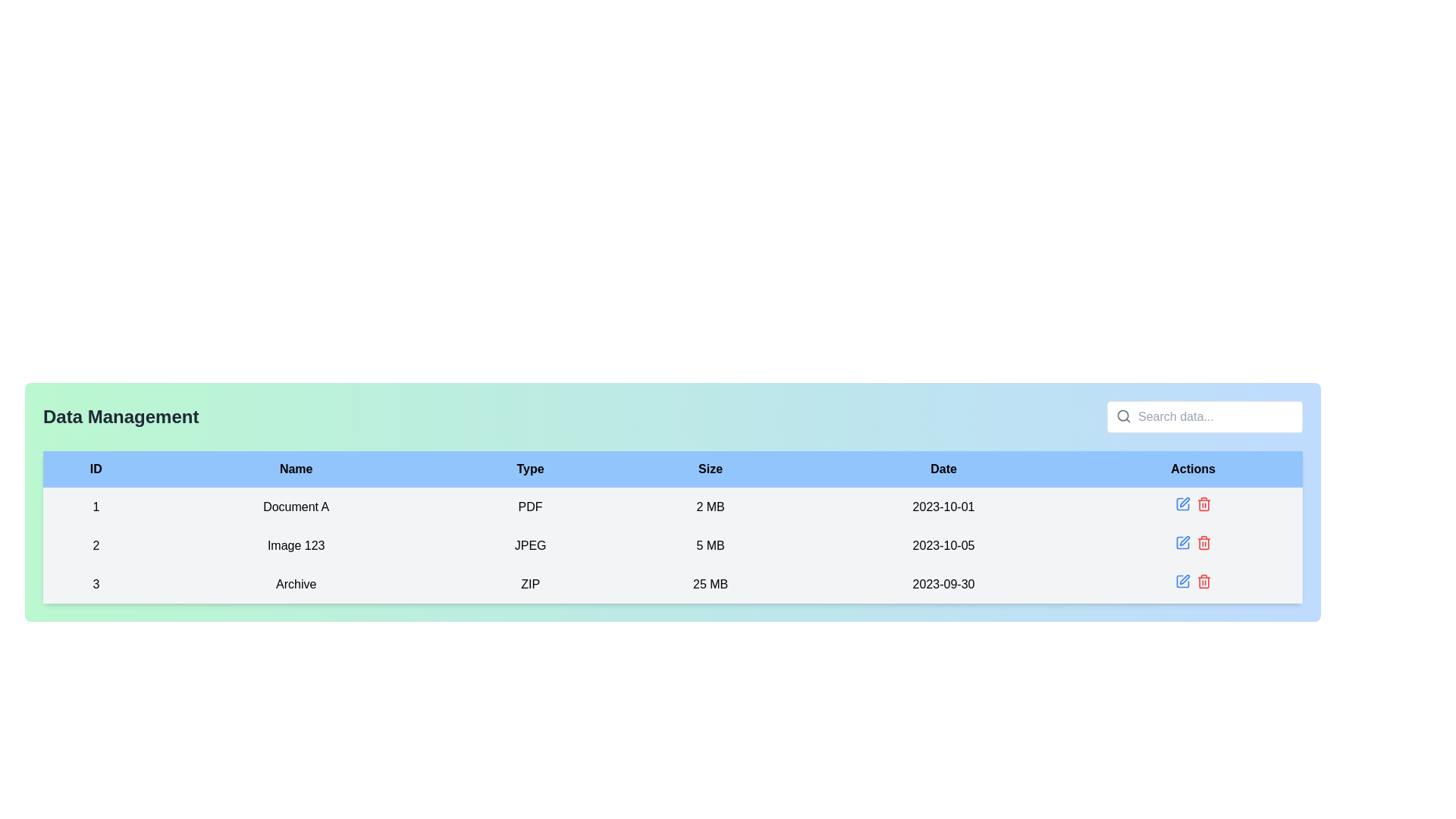  What do you see at coordinates (1123, 416) in the screenshot?
I see `the inner circle of the magnifying glass icon in the search bar located in the top-right corner of the interface` at bounding box center [1123, 416].